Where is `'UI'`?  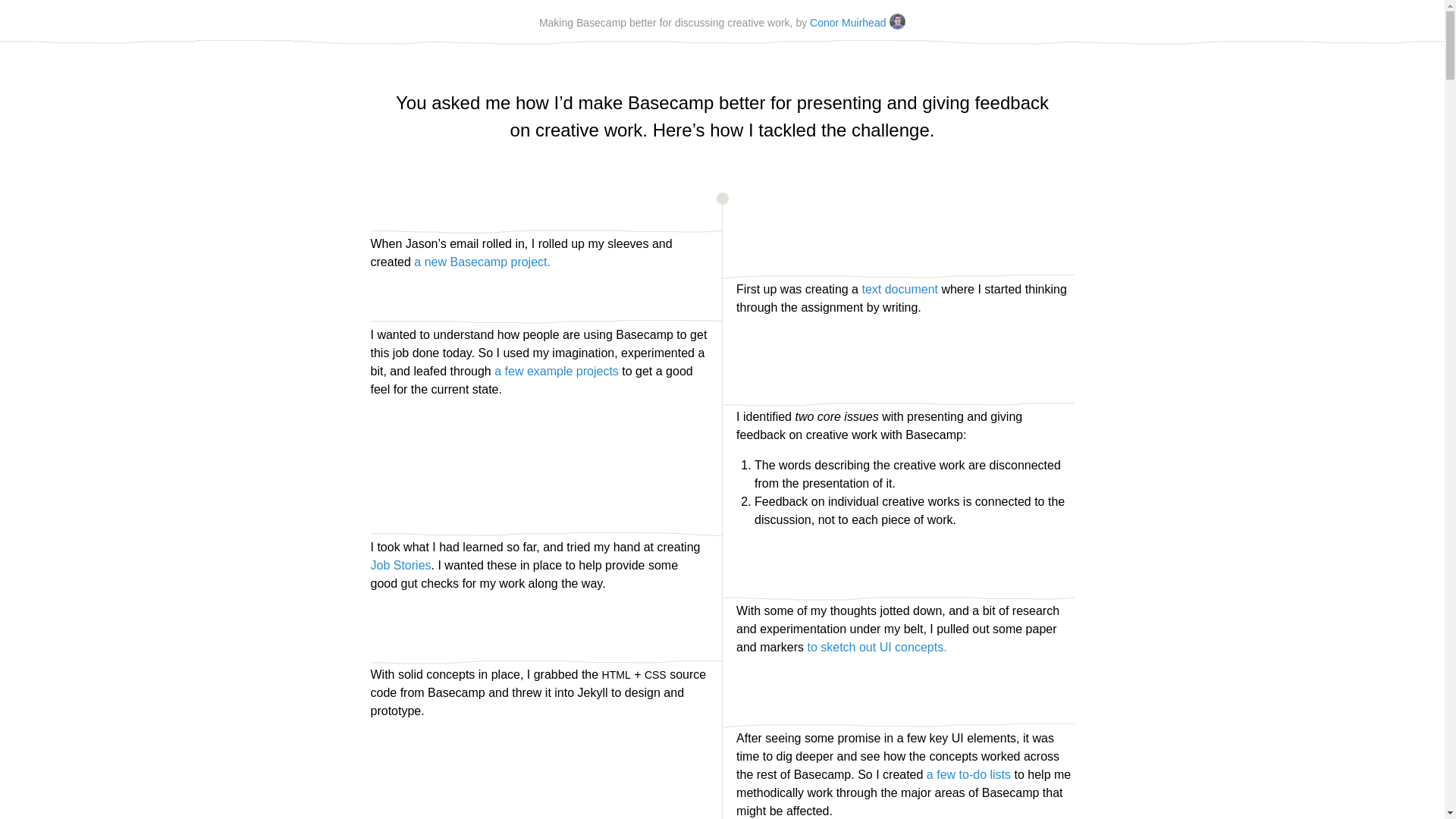 'UI' is located at coordinates (885, 647).